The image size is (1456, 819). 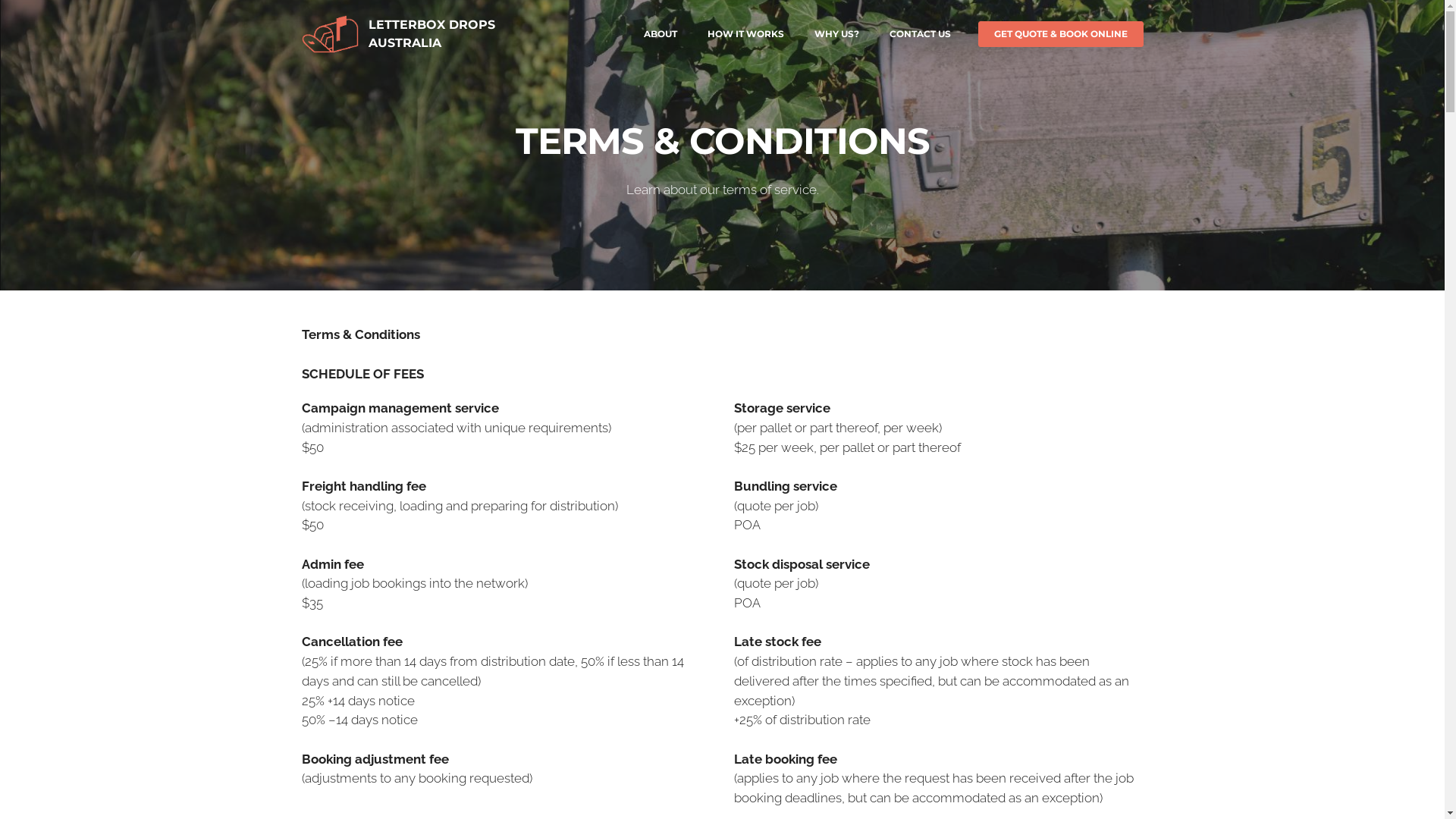 I want to click on 'WHY US?', so click(x=836, y=34).